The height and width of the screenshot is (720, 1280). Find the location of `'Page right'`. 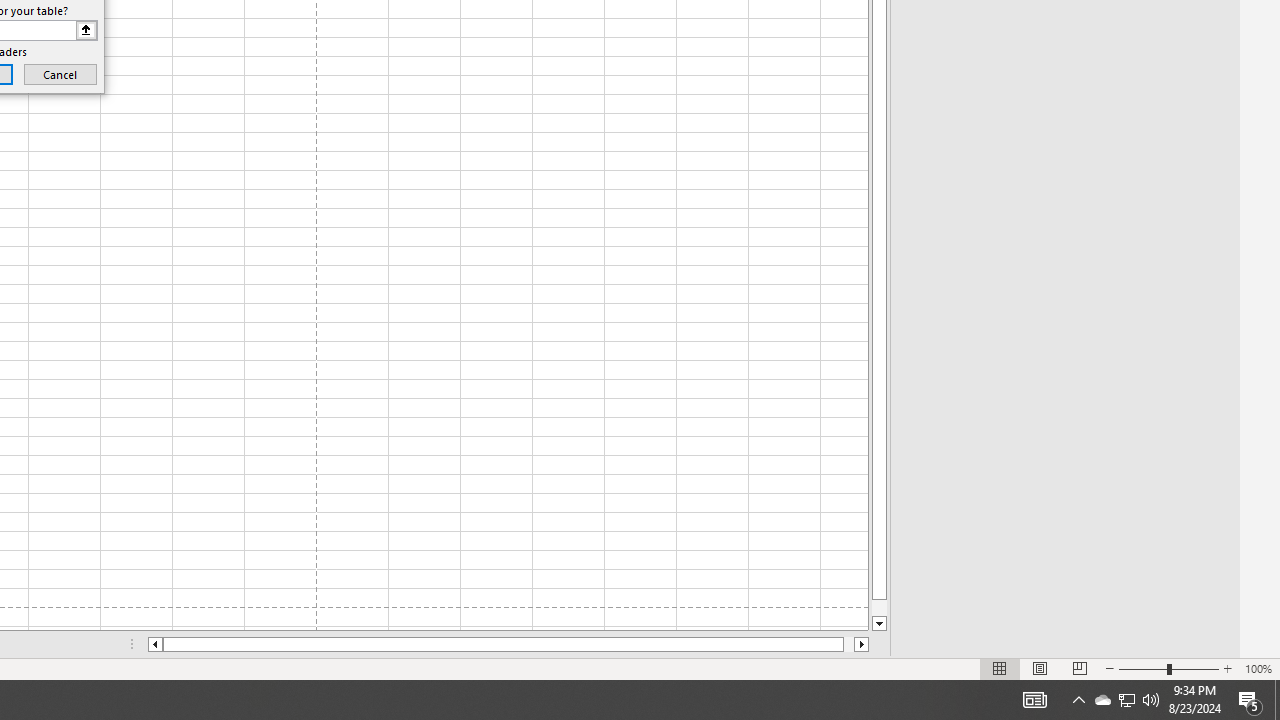

'Page right' is located at coordinates (848, 644).